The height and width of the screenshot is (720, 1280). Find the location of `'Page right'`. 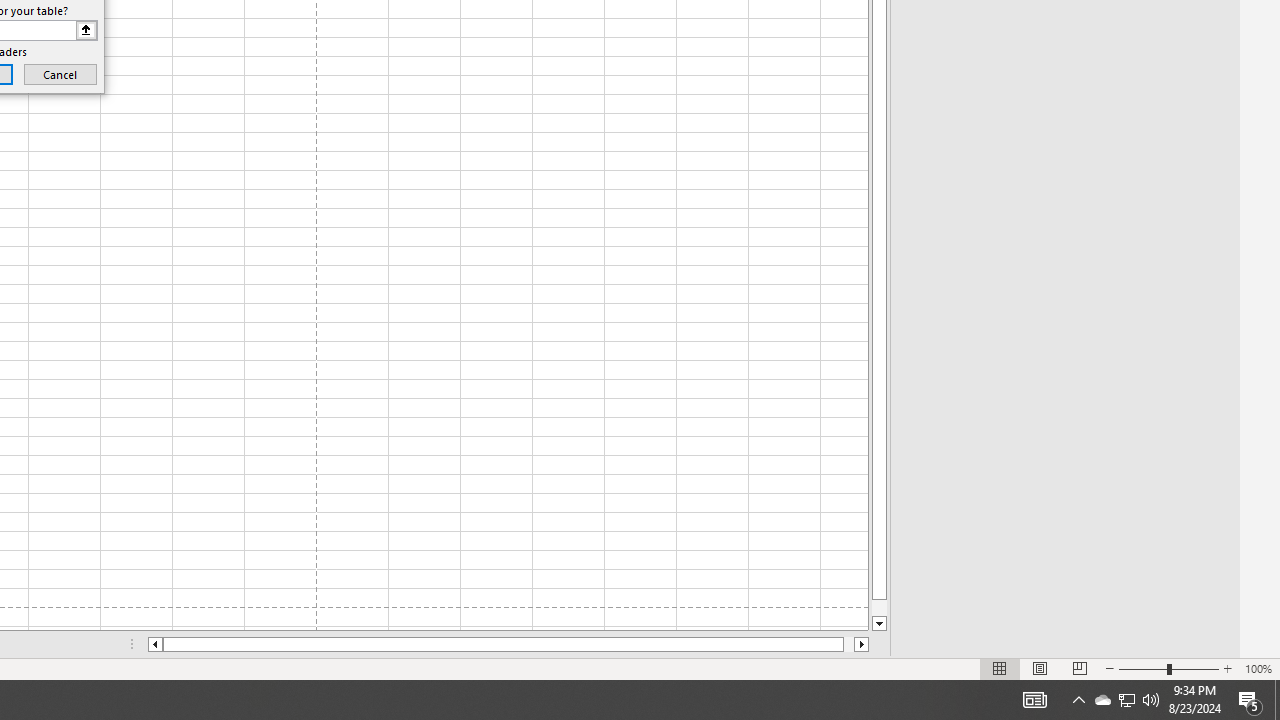

'Page right' is located at coordinates (848, 644).